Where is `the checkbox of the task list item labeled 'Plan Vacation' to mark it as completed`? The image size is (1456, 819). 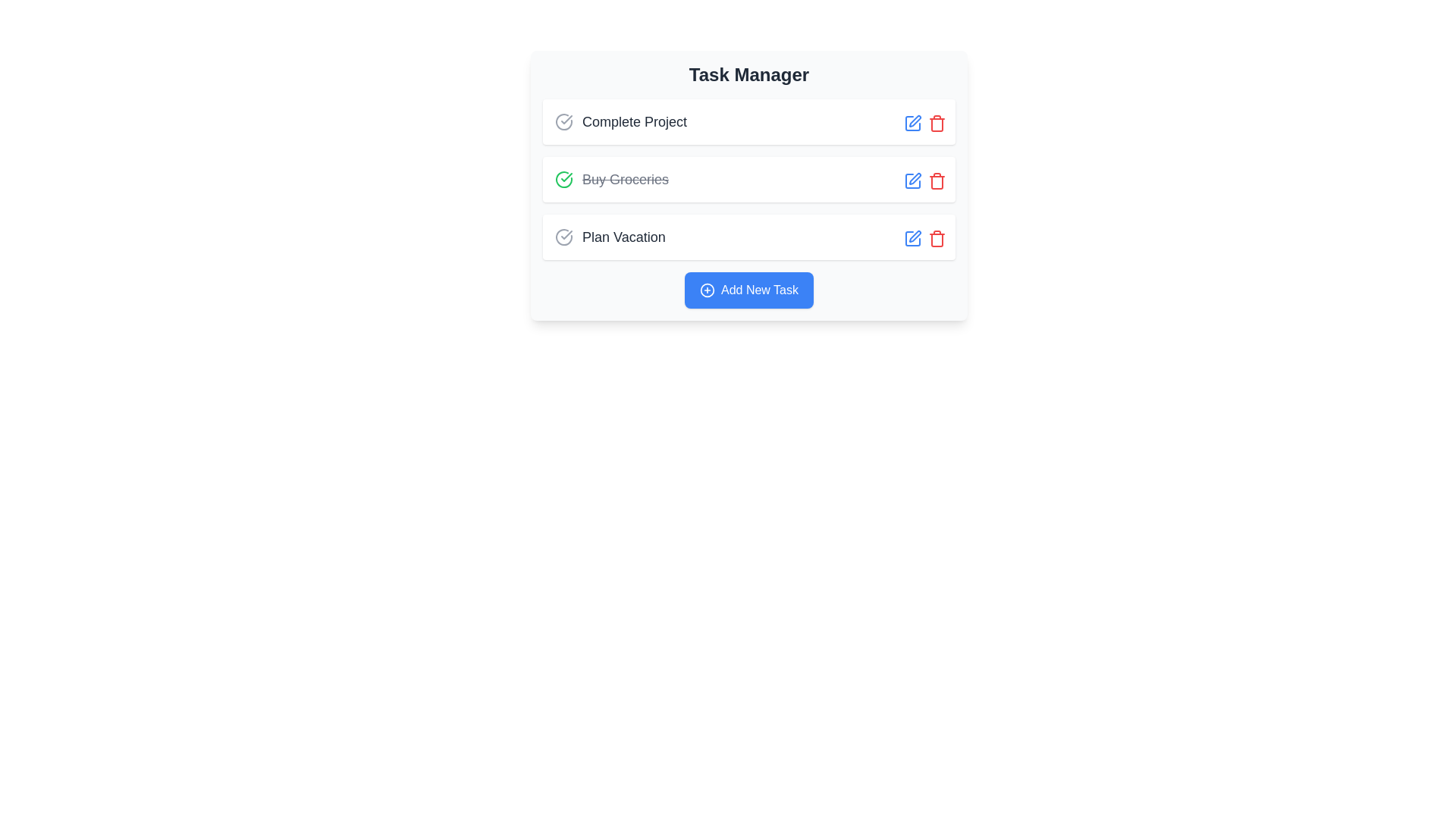 the checkbox of the task list item labeled 'Plan Vacation' to mark it as completed is located at coordinates (749, 237).